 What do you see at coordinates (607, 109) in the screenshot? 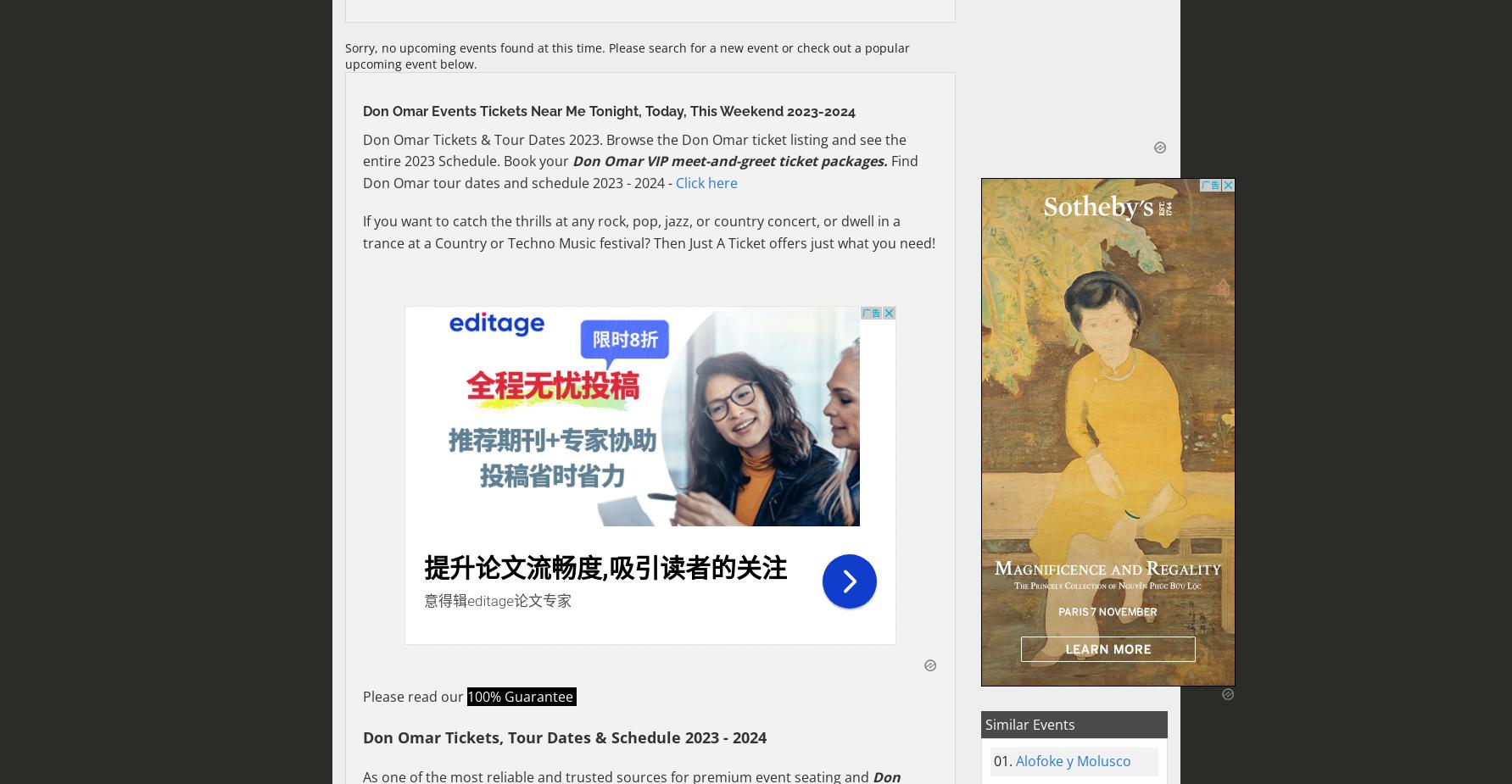
I see `'Don Omar Events Tickets Near Me Tonight, Today, This Weekend 2023-2024'` at bounding box center [607, 109].